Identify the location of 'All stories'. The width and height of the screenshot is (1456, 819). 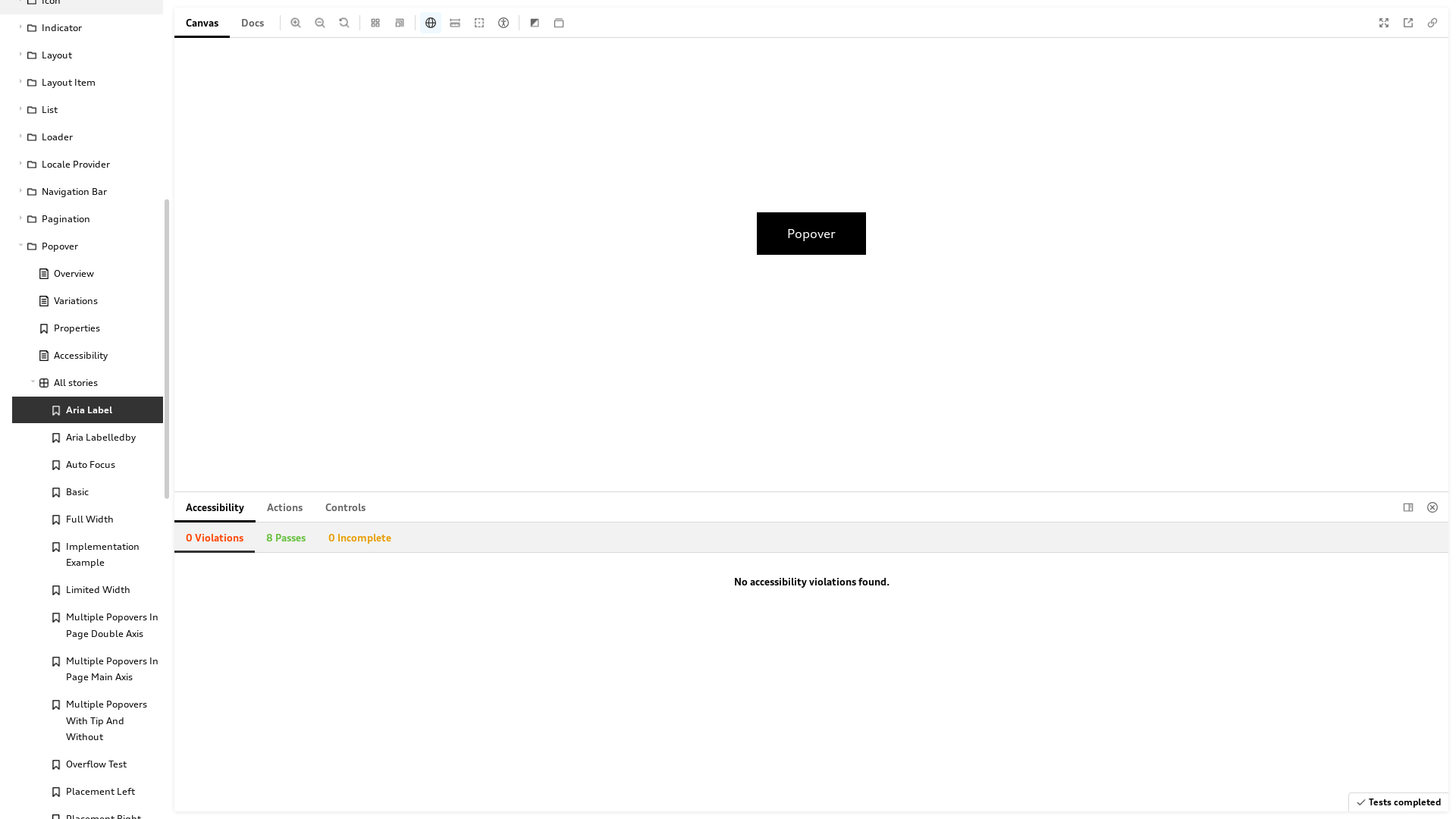
(80, 382).